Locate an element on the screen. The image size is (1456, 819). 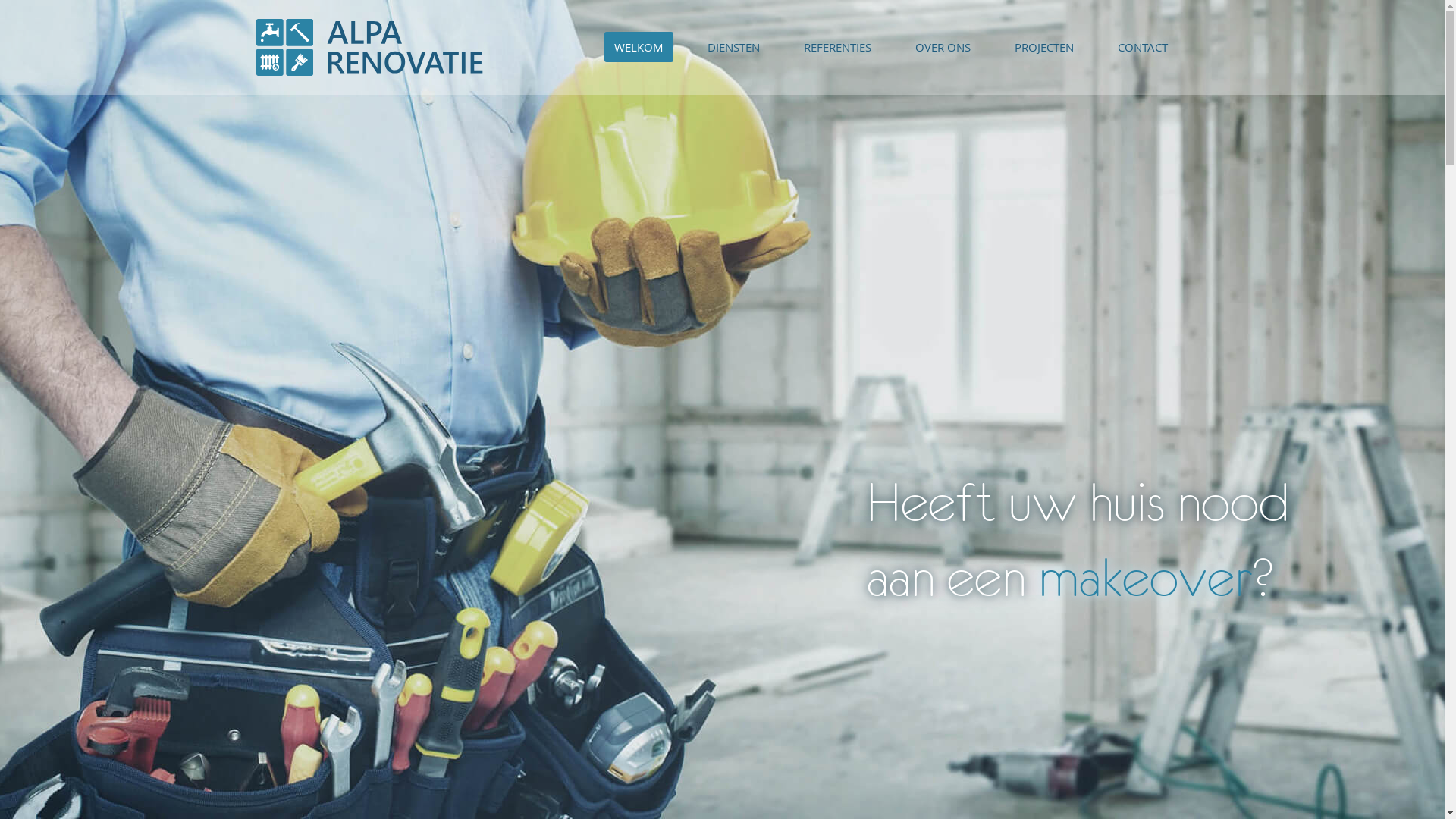
'DIENSTEN' is located at coordinates (733, 45).